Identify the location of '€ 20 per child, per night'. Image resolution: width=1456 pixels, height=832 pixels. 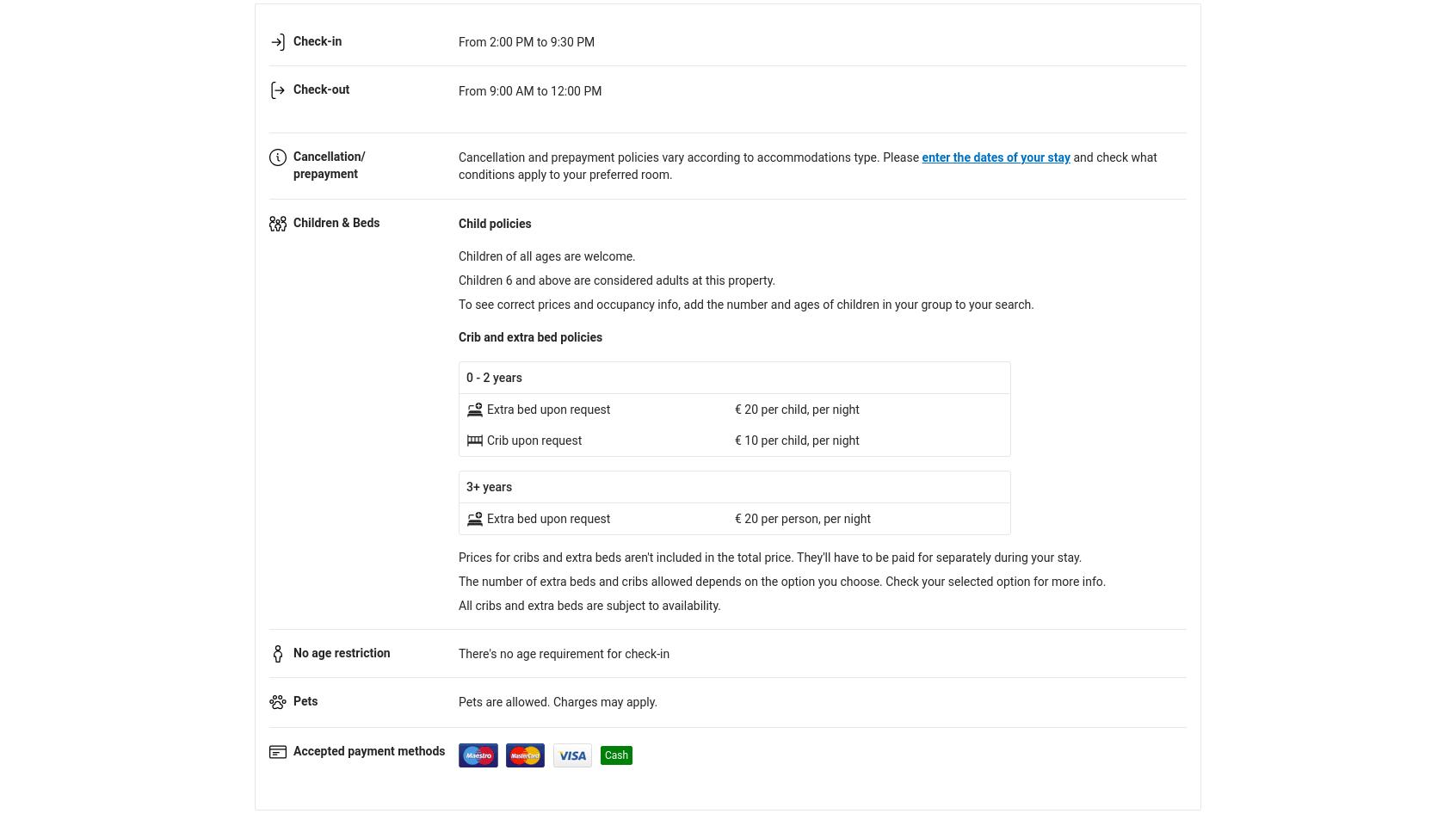
(797, 409).